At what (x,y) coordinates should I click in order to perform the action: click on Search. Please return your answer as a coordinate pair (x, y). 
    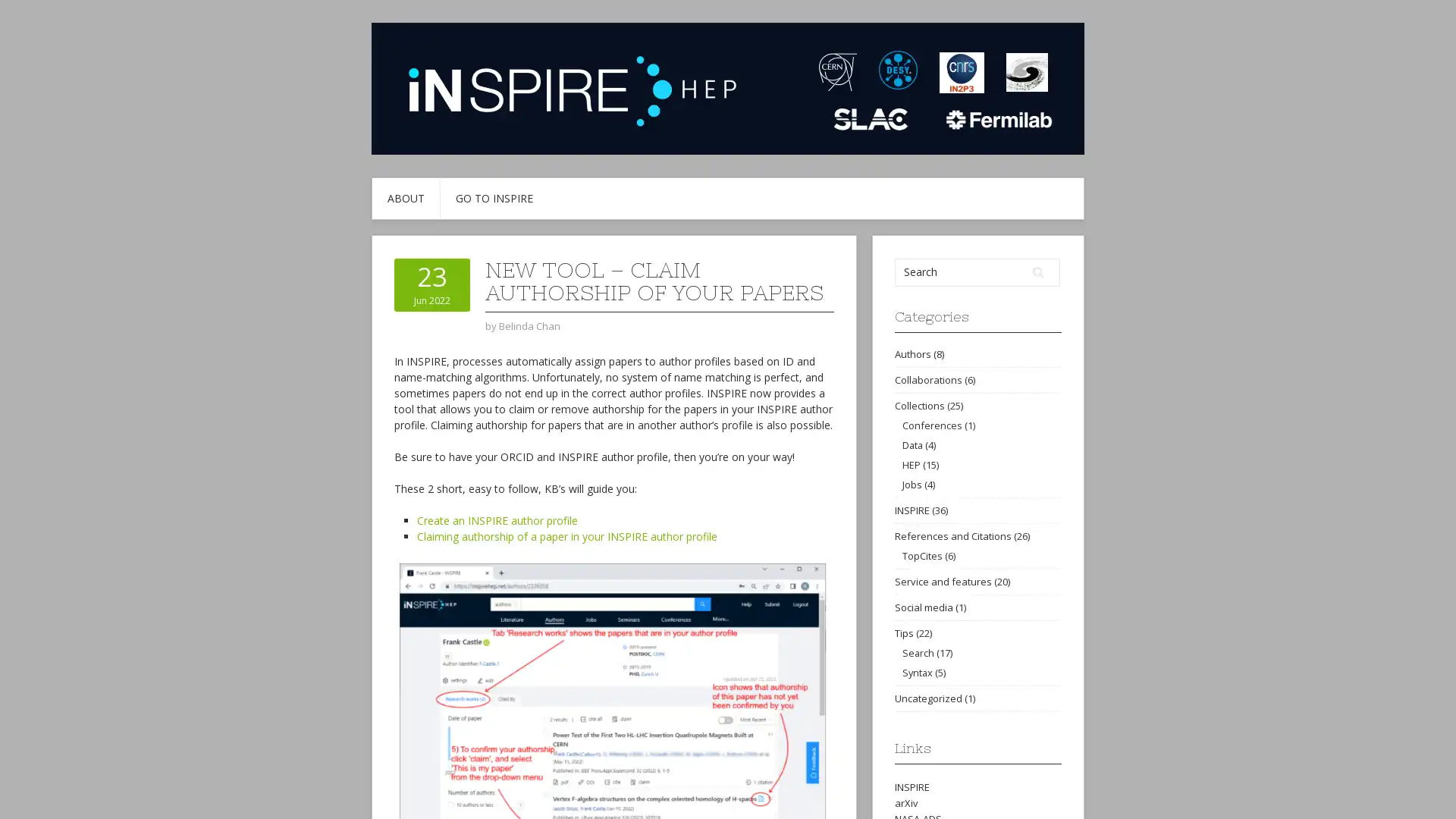
    Looking at the image, I should click on (1037, 271).